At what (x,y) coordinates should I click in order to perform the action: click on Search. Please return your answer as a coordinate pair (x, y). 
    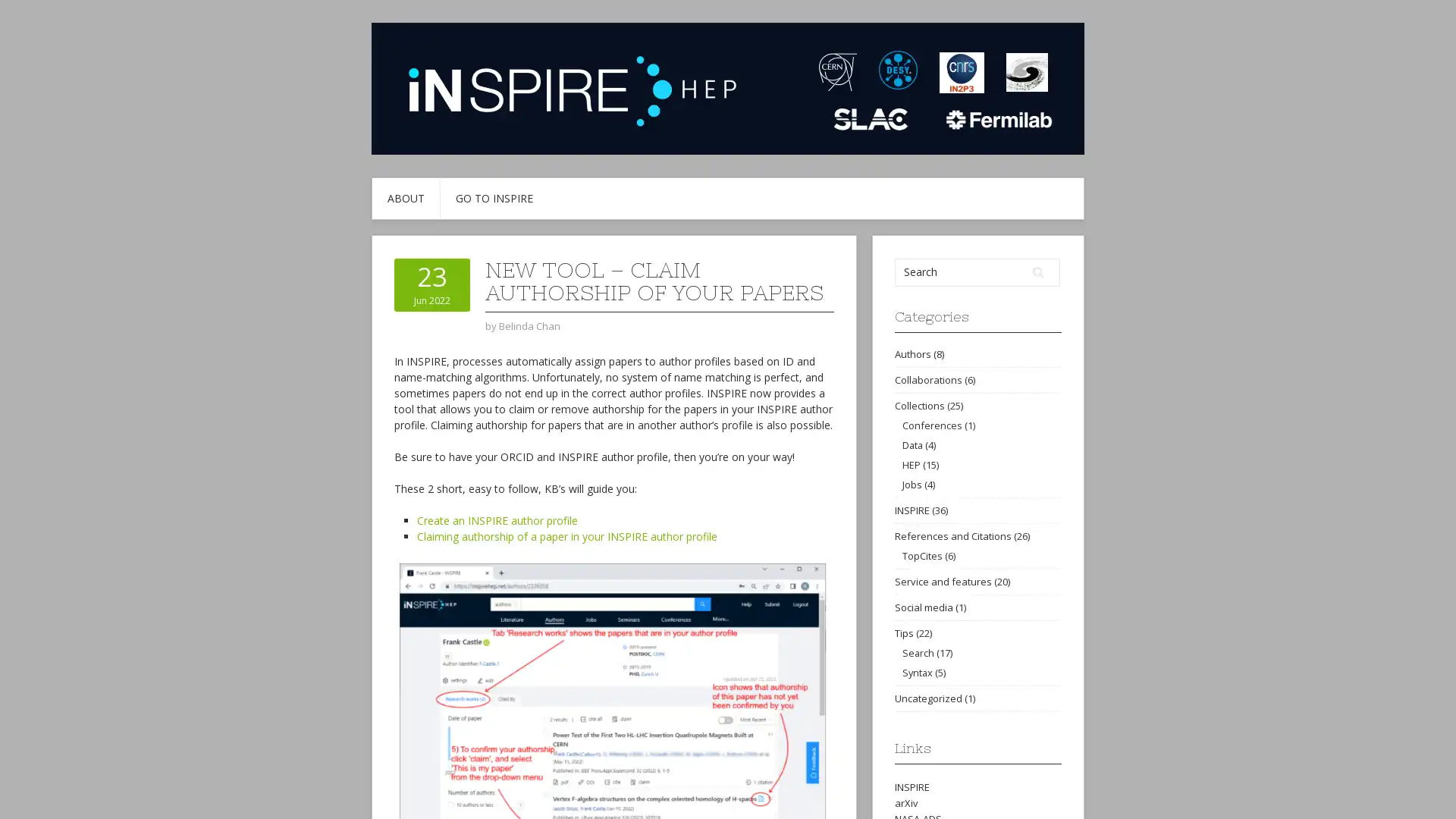
    Looking at the image, I should click on (1037, 271).